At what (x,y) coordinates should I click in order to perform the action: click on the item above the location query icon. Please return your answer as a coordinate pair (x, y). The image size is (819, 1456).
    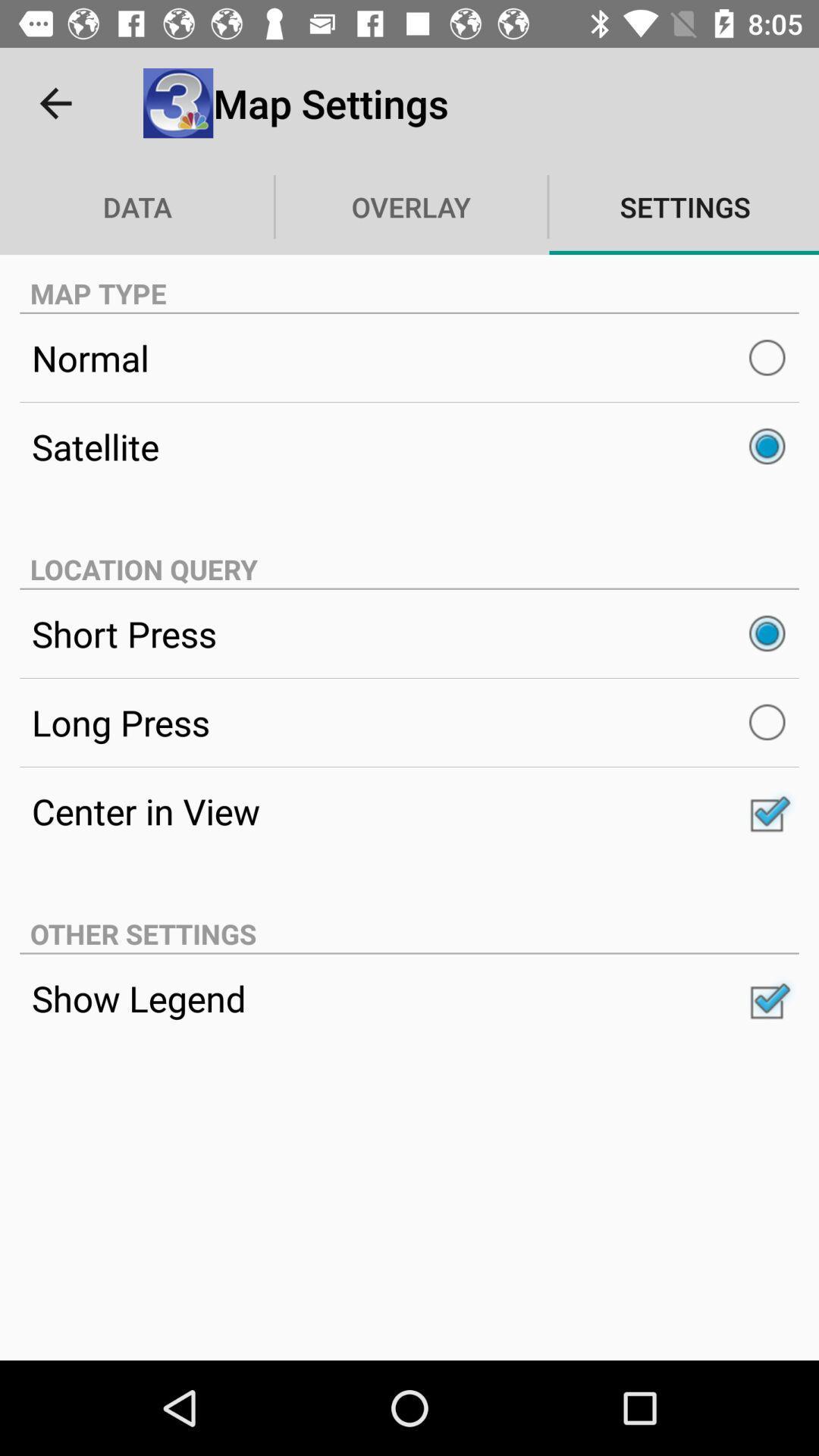
    Looking at the image, I should click on (409, 446).